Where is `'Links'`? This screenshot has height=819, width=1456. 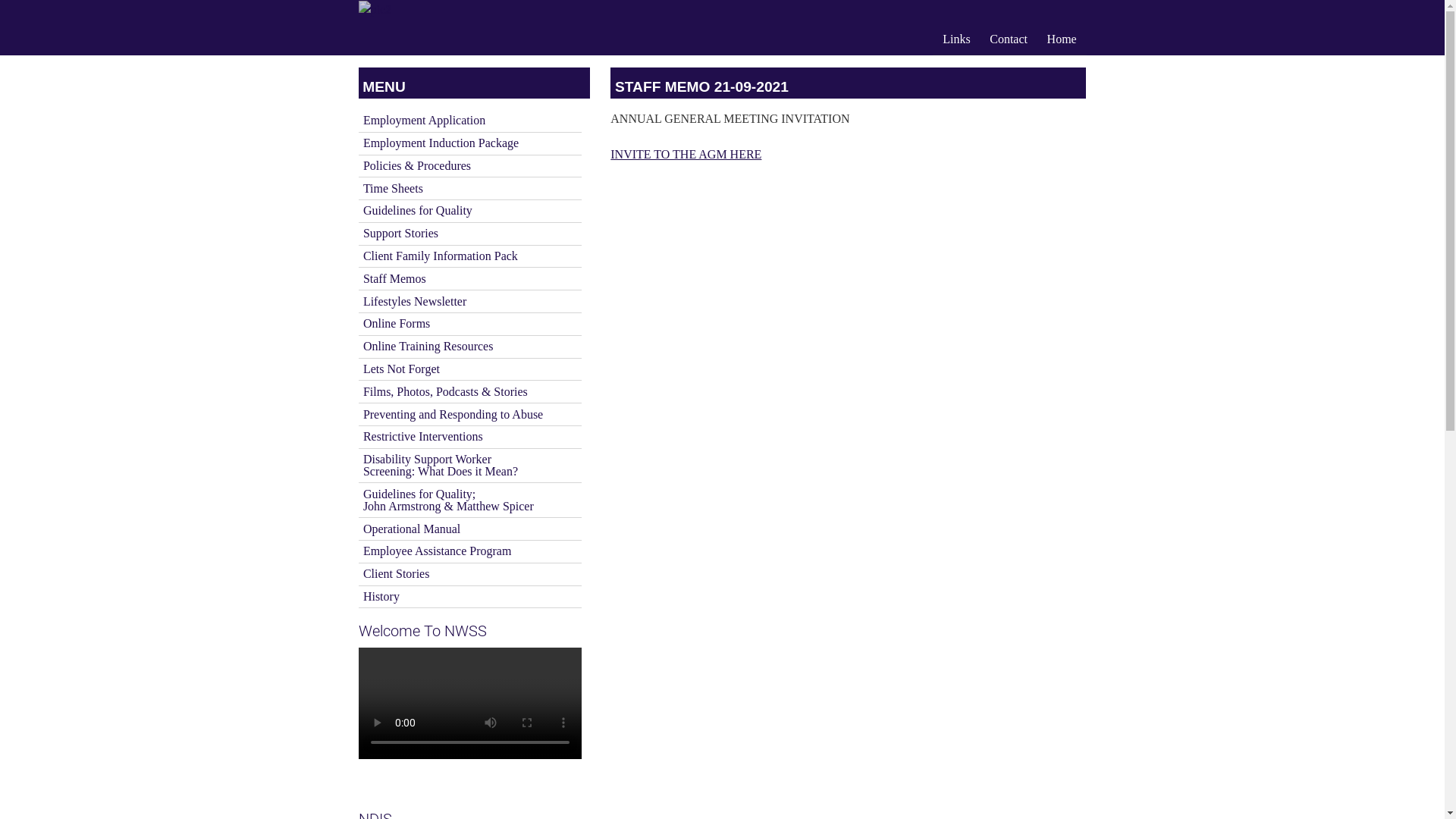 'Links' is located at coordinates (955, 38).